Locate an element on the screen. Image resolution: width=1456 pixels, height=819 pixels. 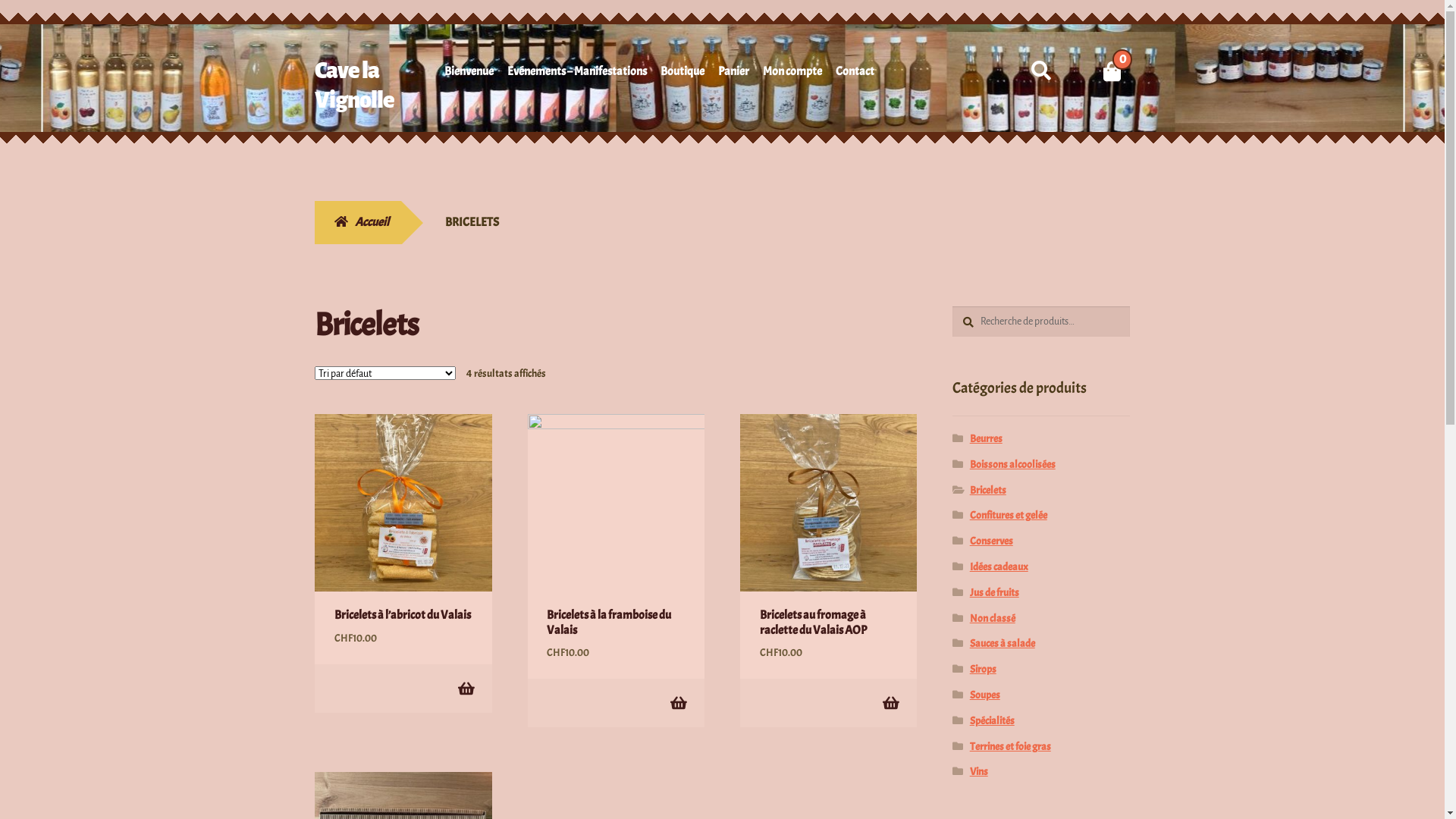
'Mon compte' is located at coordinates (792, 74).